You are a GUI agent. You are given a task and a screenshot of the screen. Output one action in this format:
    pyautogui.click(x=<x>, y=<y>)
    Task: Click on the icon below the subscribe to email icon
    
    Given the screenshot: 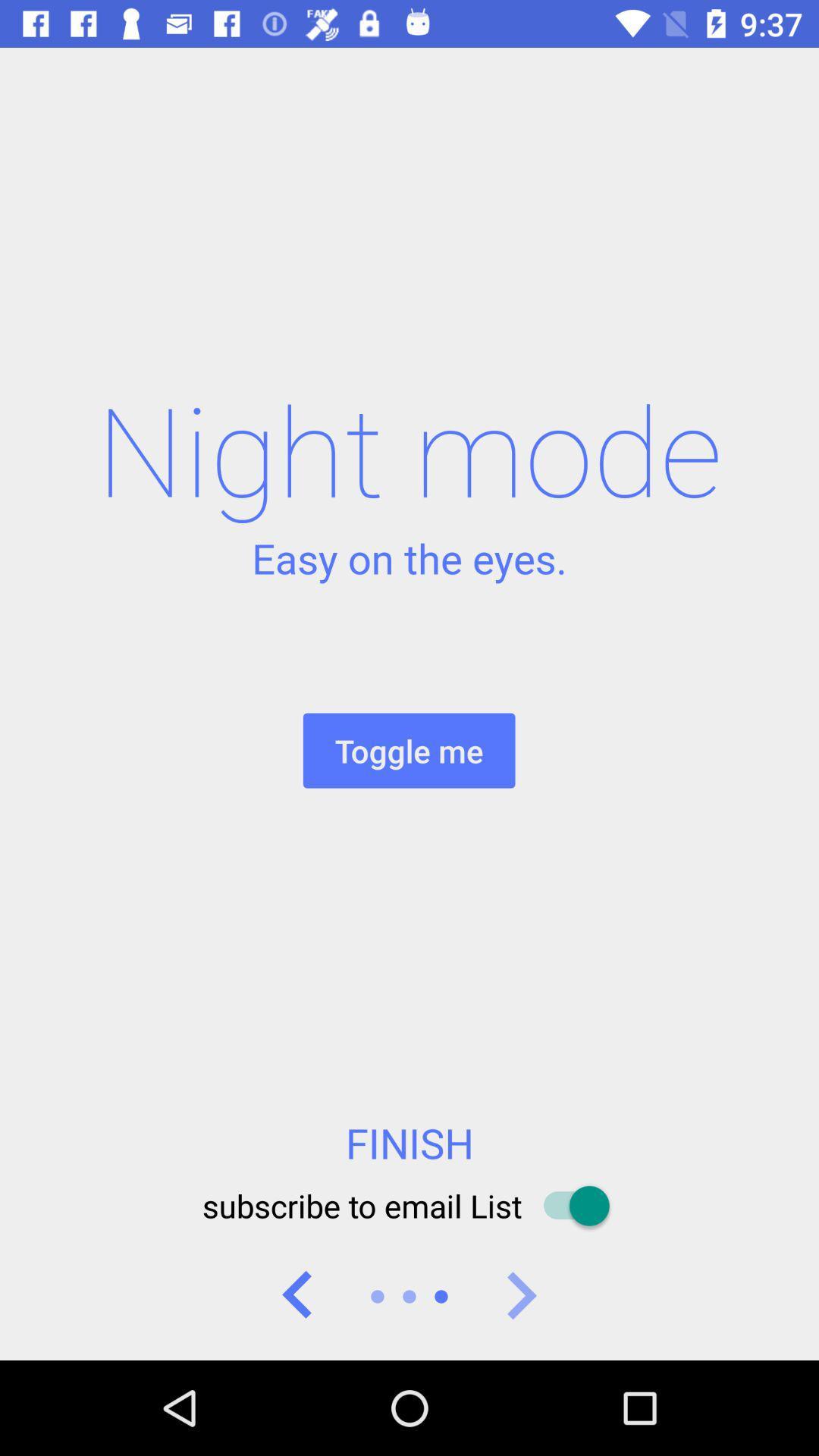 What is the action you would take?
    pyautogui.click(x=519, y=1295)
    